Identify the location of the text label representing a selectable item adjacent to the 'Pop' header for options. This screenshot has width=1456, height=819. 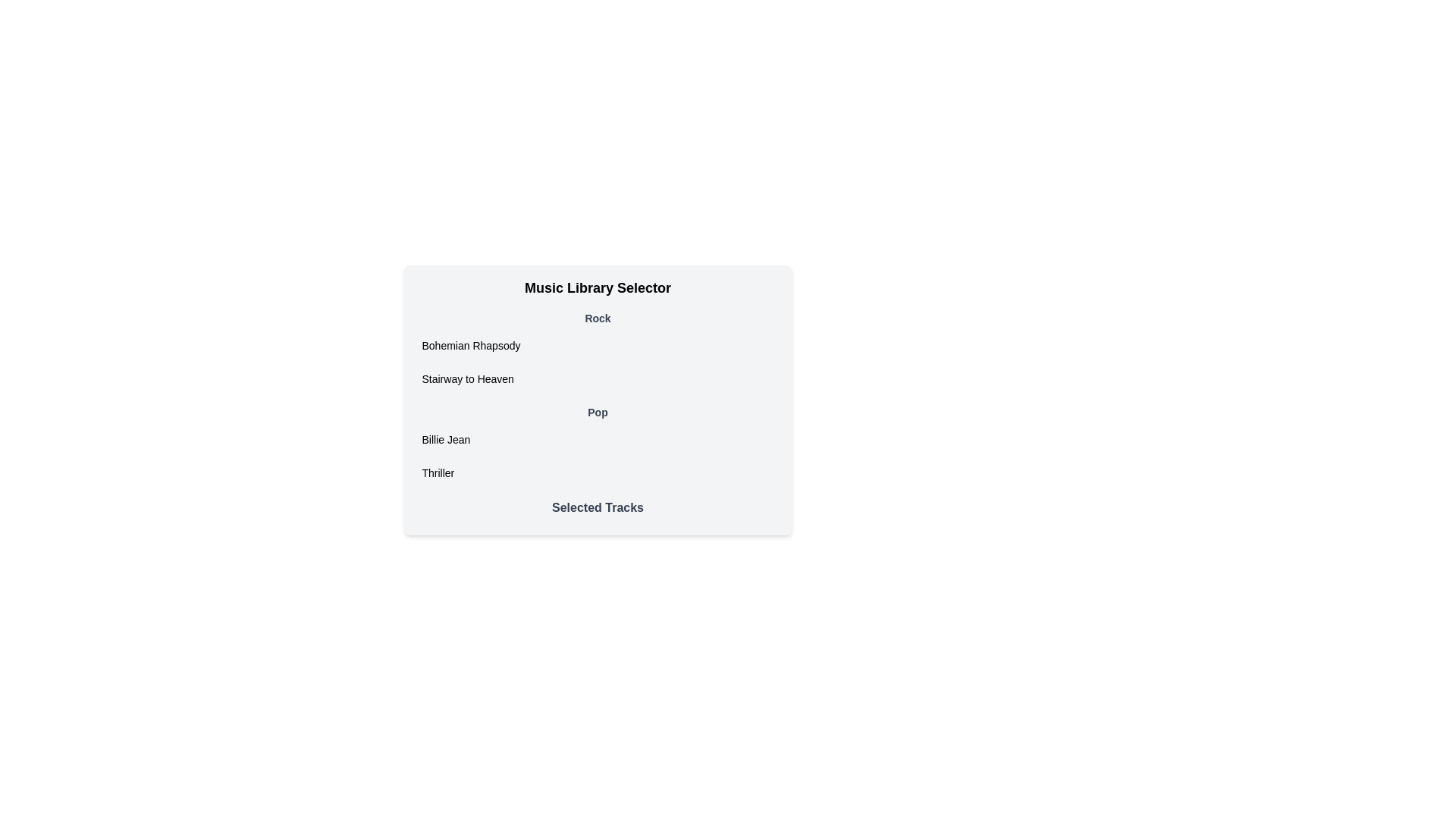
(437, 472).